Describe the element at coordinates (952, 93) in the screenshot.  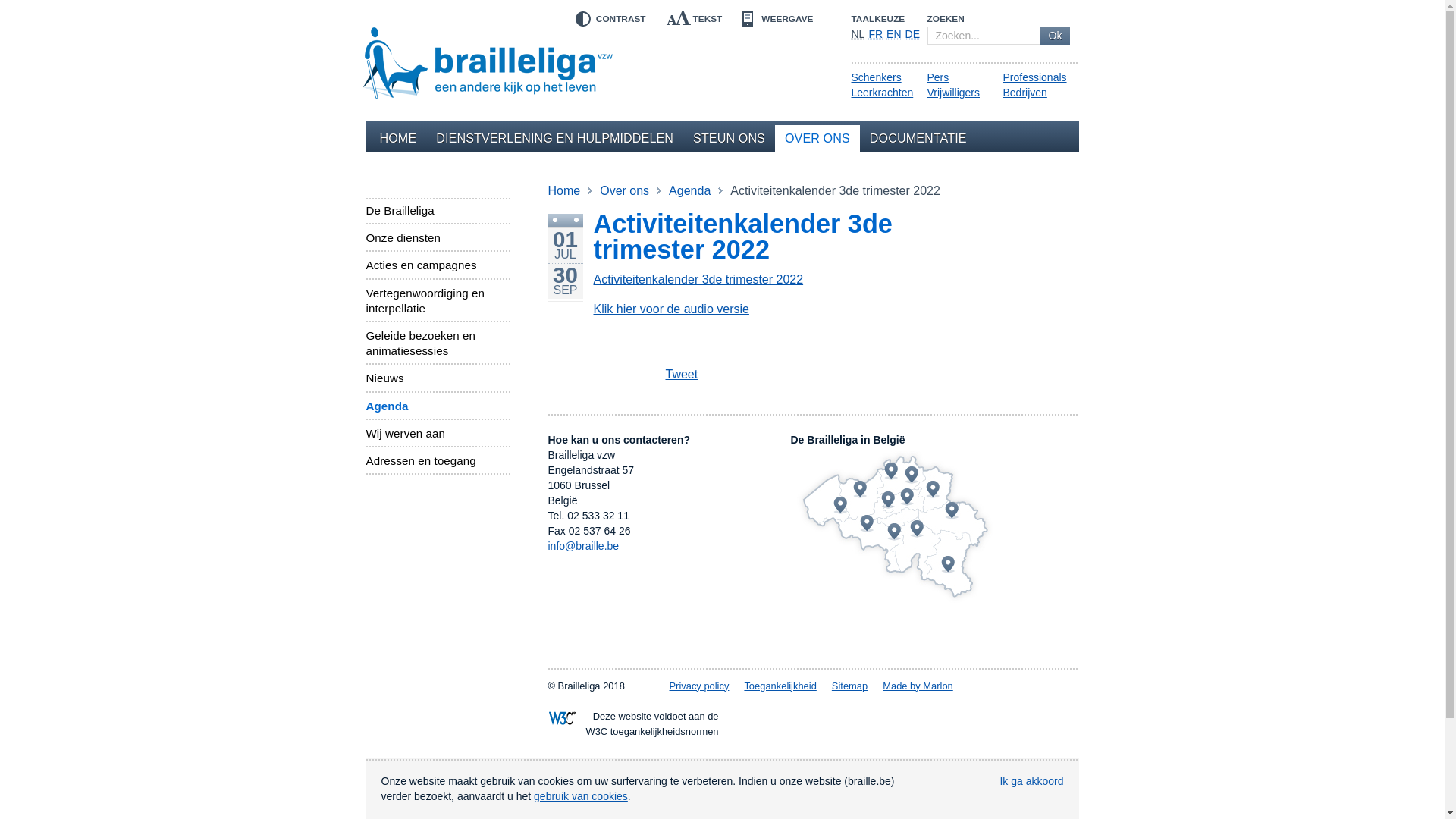
I see `'Vrijwilligers'` at that location.